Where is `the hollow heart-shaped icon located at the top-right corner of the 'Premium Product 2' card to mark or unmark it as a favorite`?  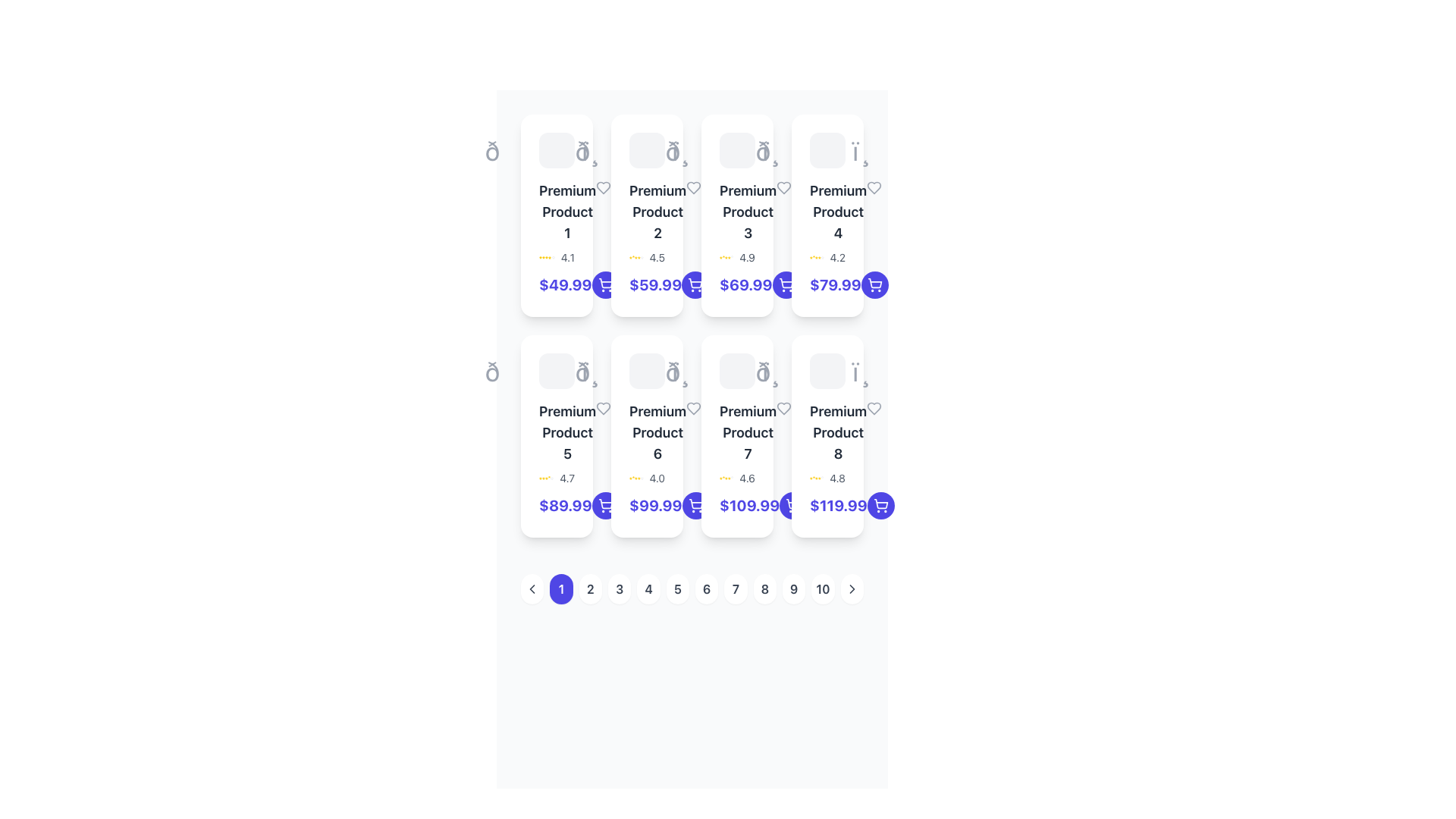 the hollow heart-shaped icon located at the top-right corner of the 'Premium Product 2' card to mark or unmark it as a favorite is located at coordinates (693, 187).